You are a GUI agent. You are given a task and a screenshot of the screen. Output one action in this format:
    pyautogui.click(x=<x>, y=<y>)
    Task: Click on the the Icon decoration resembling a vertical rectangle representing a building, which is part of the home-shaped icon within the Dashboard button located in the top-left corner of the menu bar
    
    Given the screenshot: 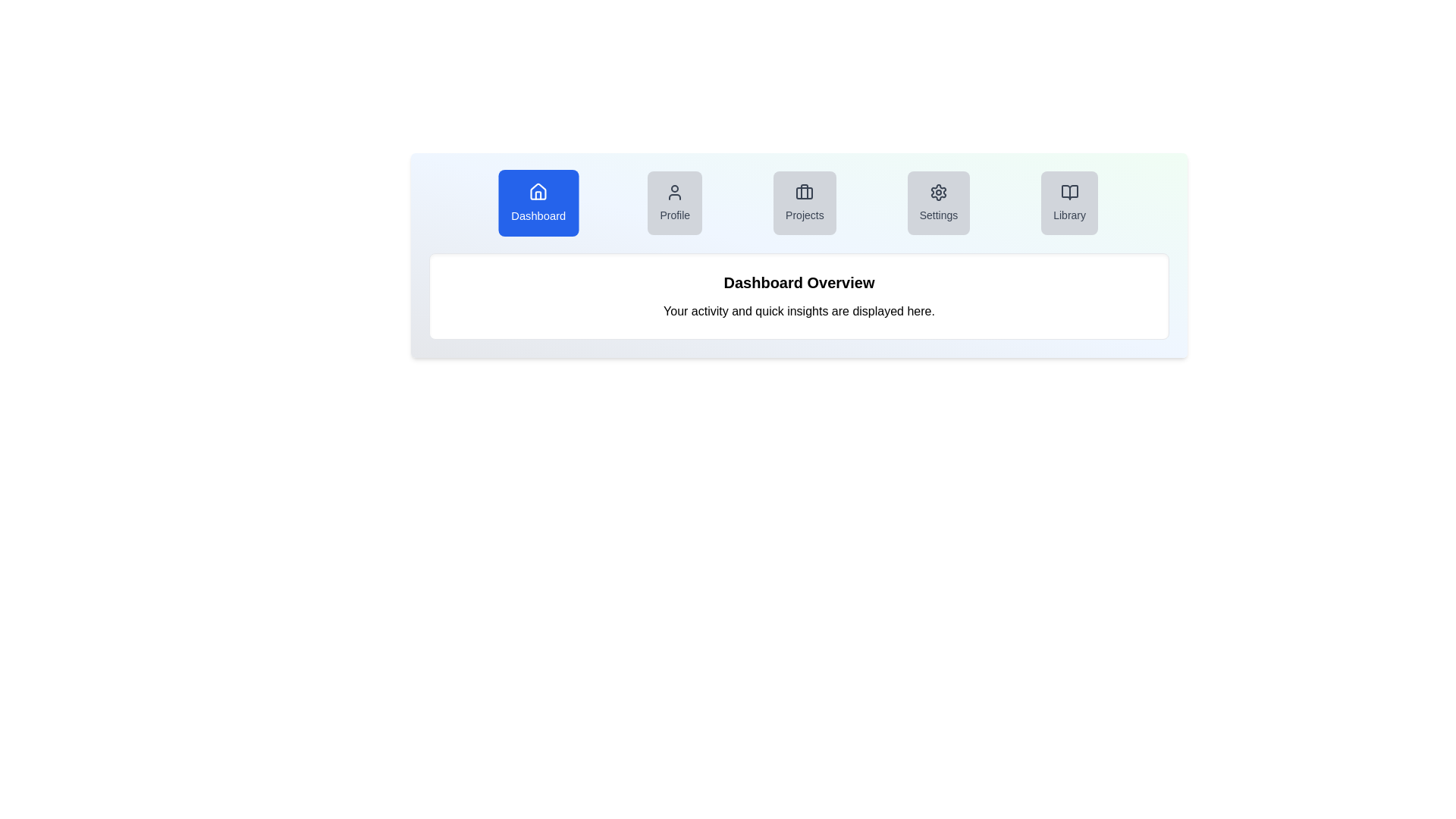 What is the action you would take?
    pyautogui.click(x=538, y=195)
    